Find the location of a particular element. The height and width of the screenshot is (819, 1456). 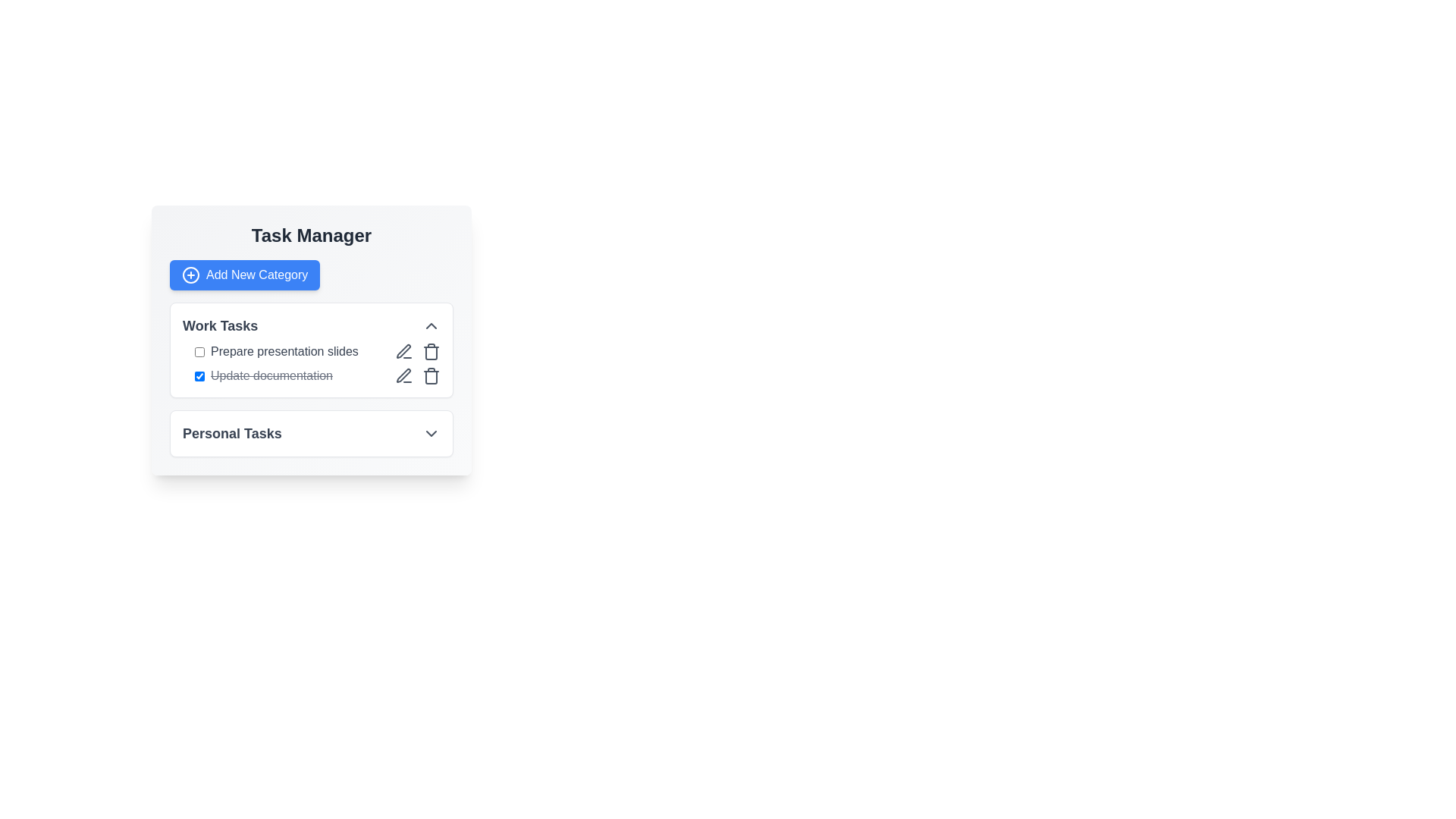

the checkbox of the second task item in the 'Work Tasks' section to mark it as complete is located at coordinates (311, 363).